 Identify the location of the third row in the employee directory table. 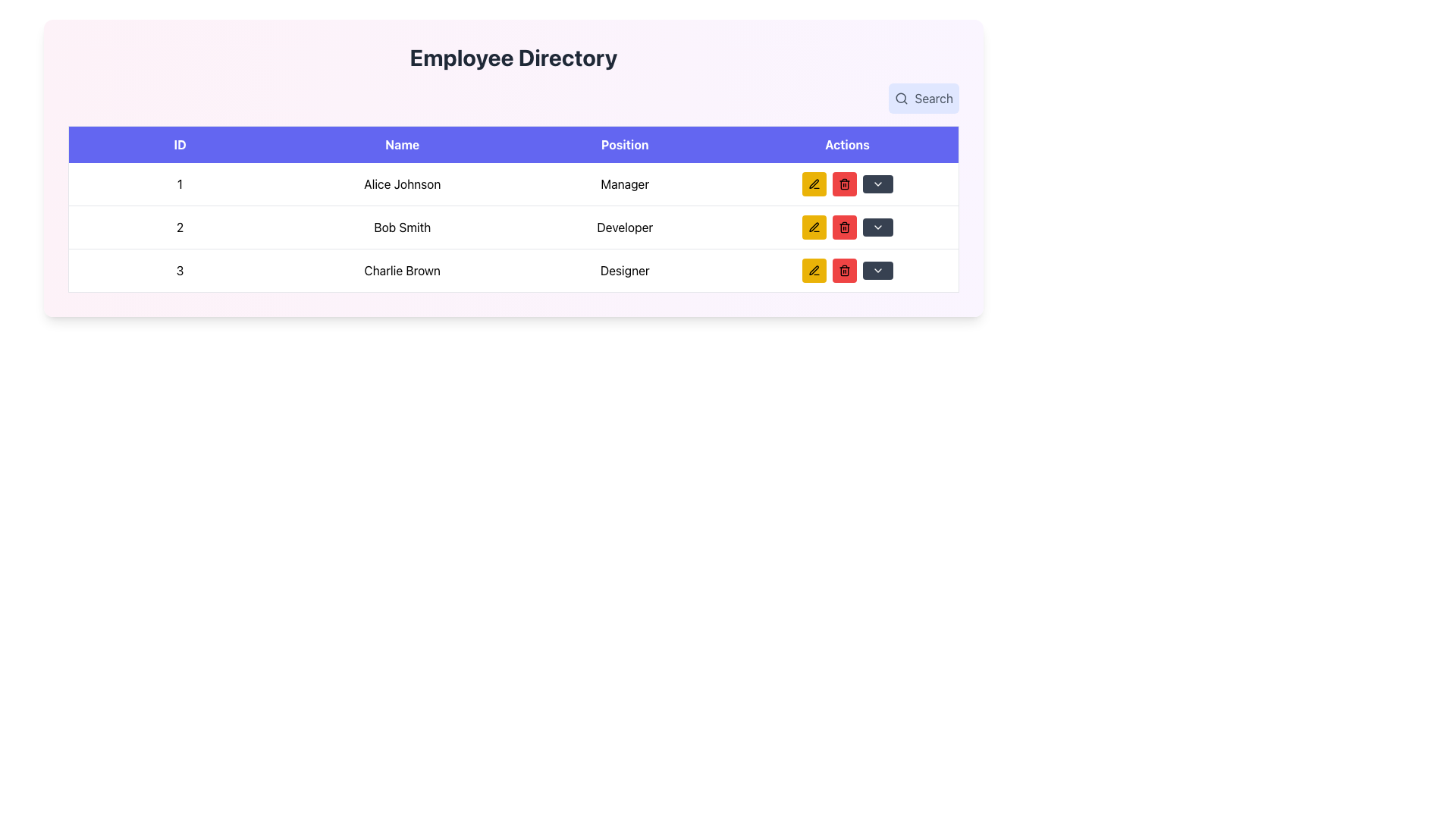
(513, 270).